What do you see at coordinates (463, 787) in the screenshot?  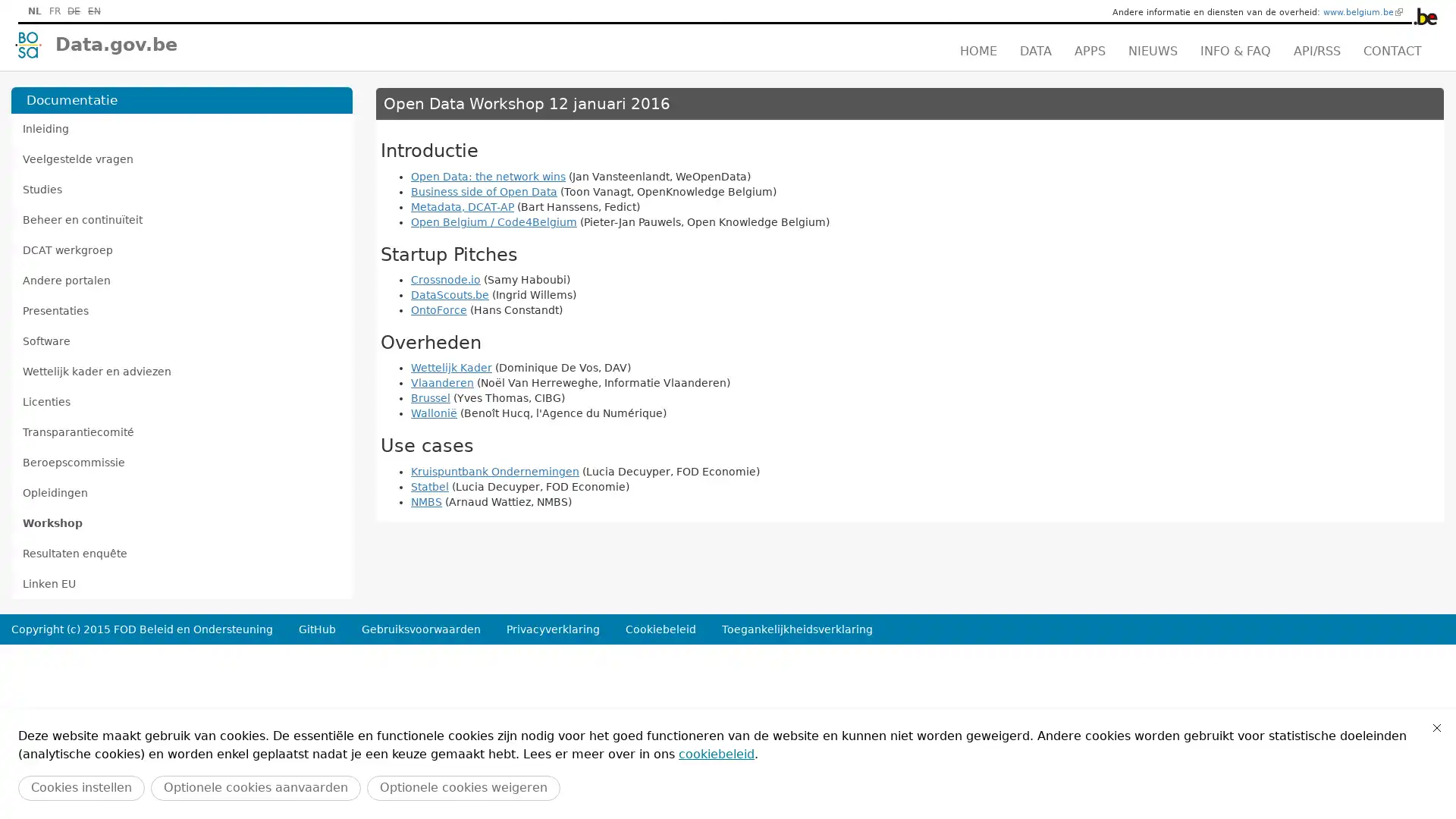 I see `Optionele cookies weigeren` at bounding box center [463, 787].